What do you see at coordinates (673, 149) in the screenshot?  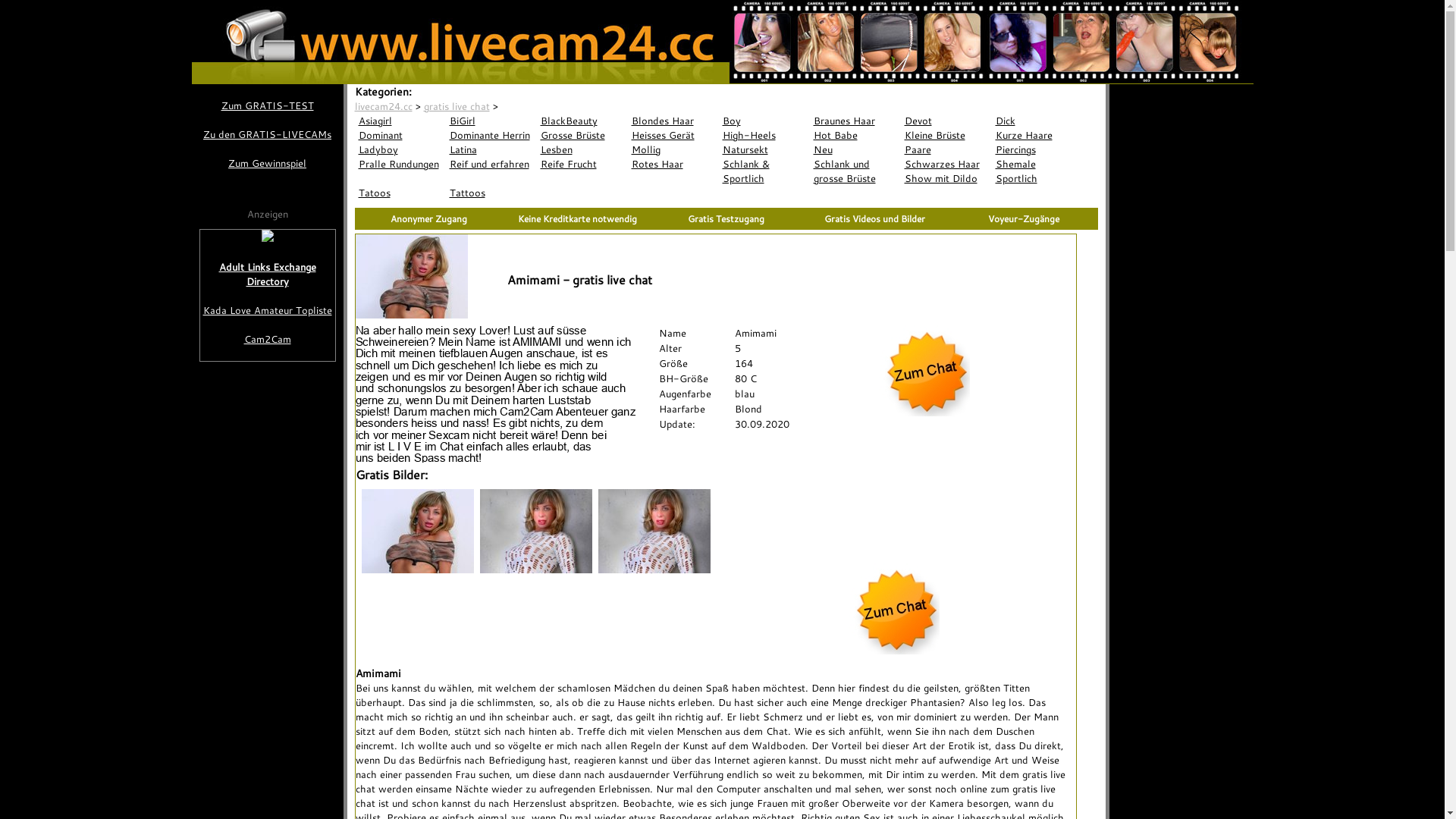 I see `'Mollig'` at bounding box center [673, 149].